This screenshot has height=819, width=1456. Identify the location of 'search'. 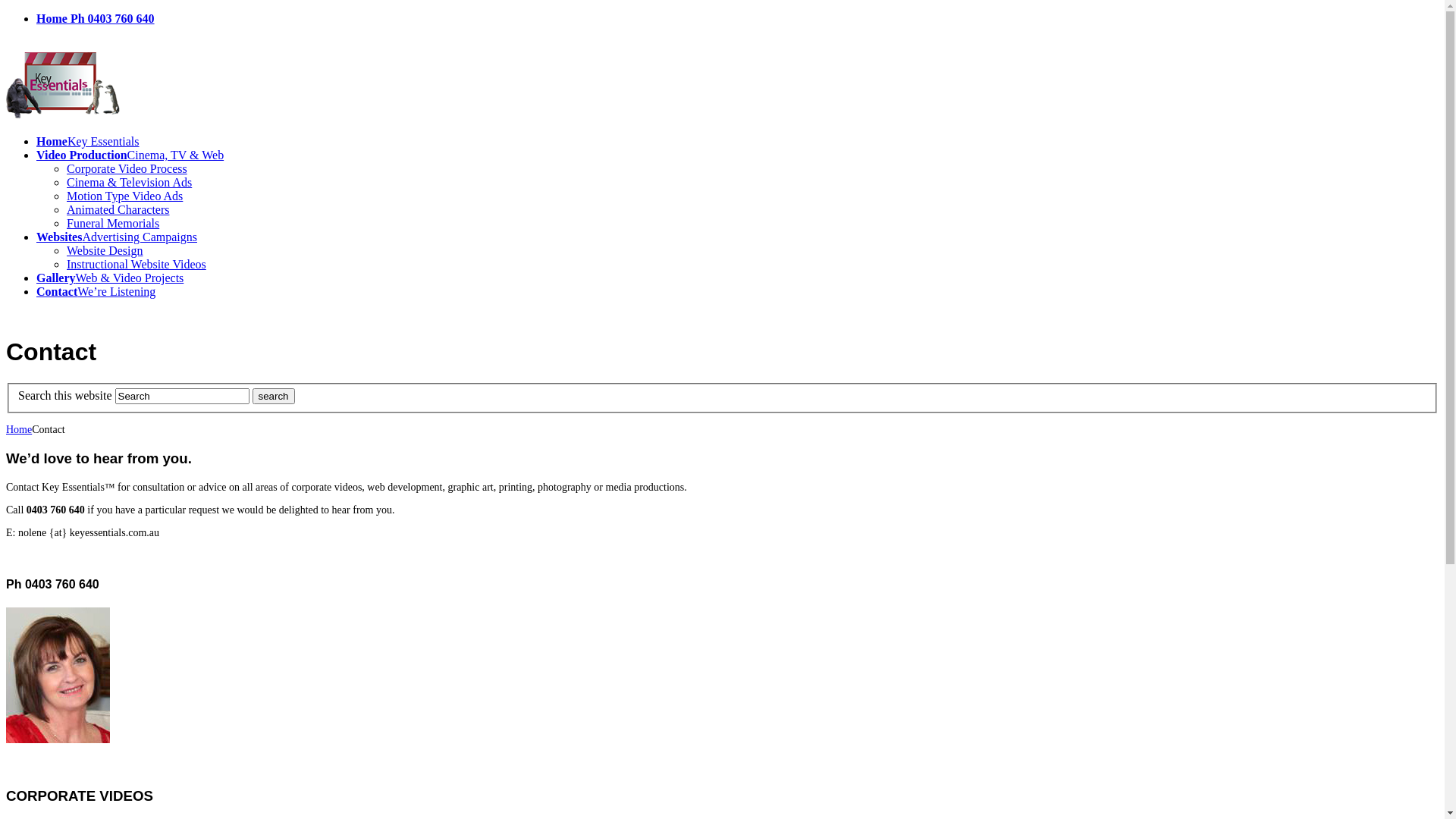
(252, 395).